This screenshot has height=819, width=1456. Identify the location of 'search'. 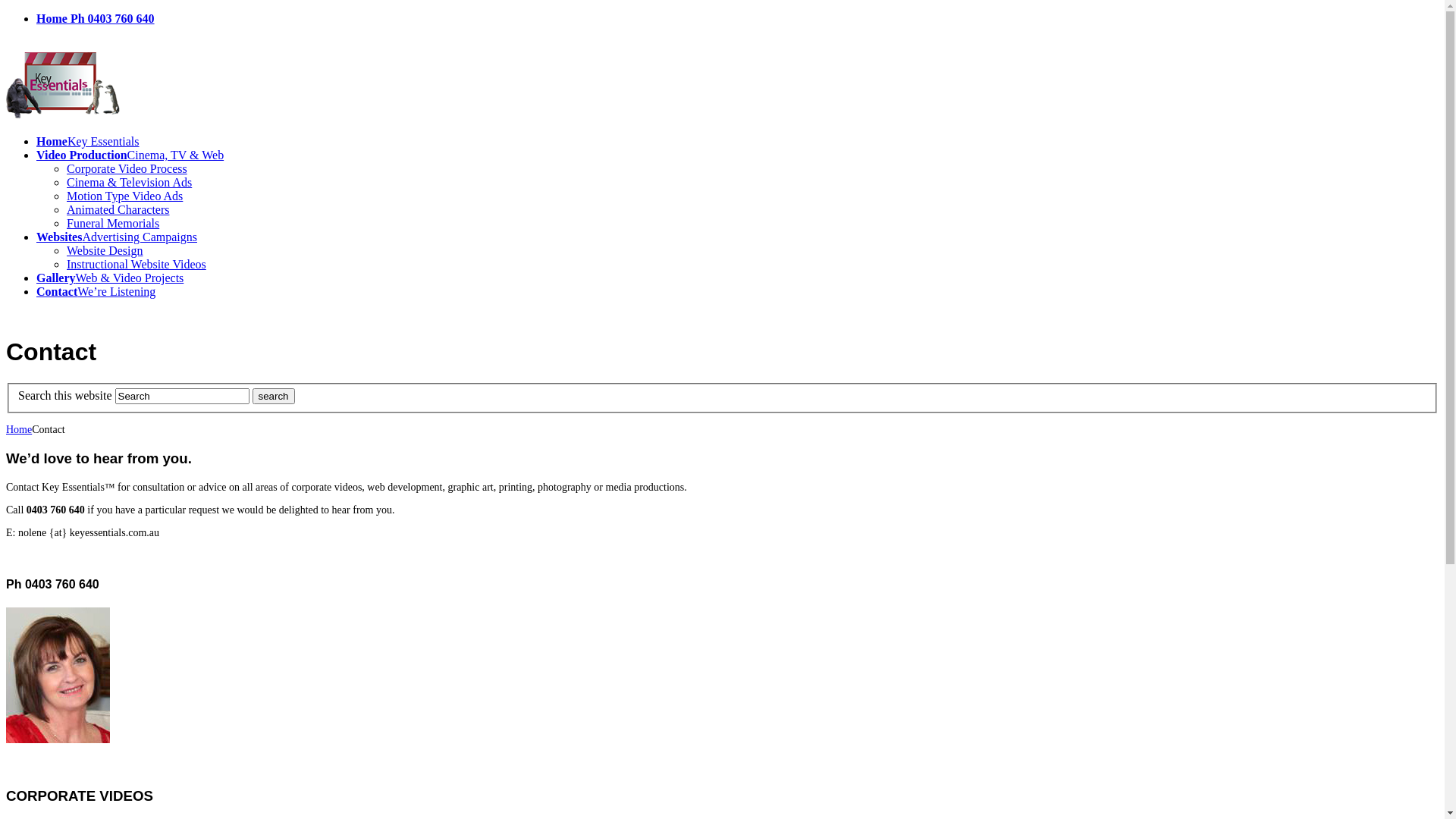
(252, 395).